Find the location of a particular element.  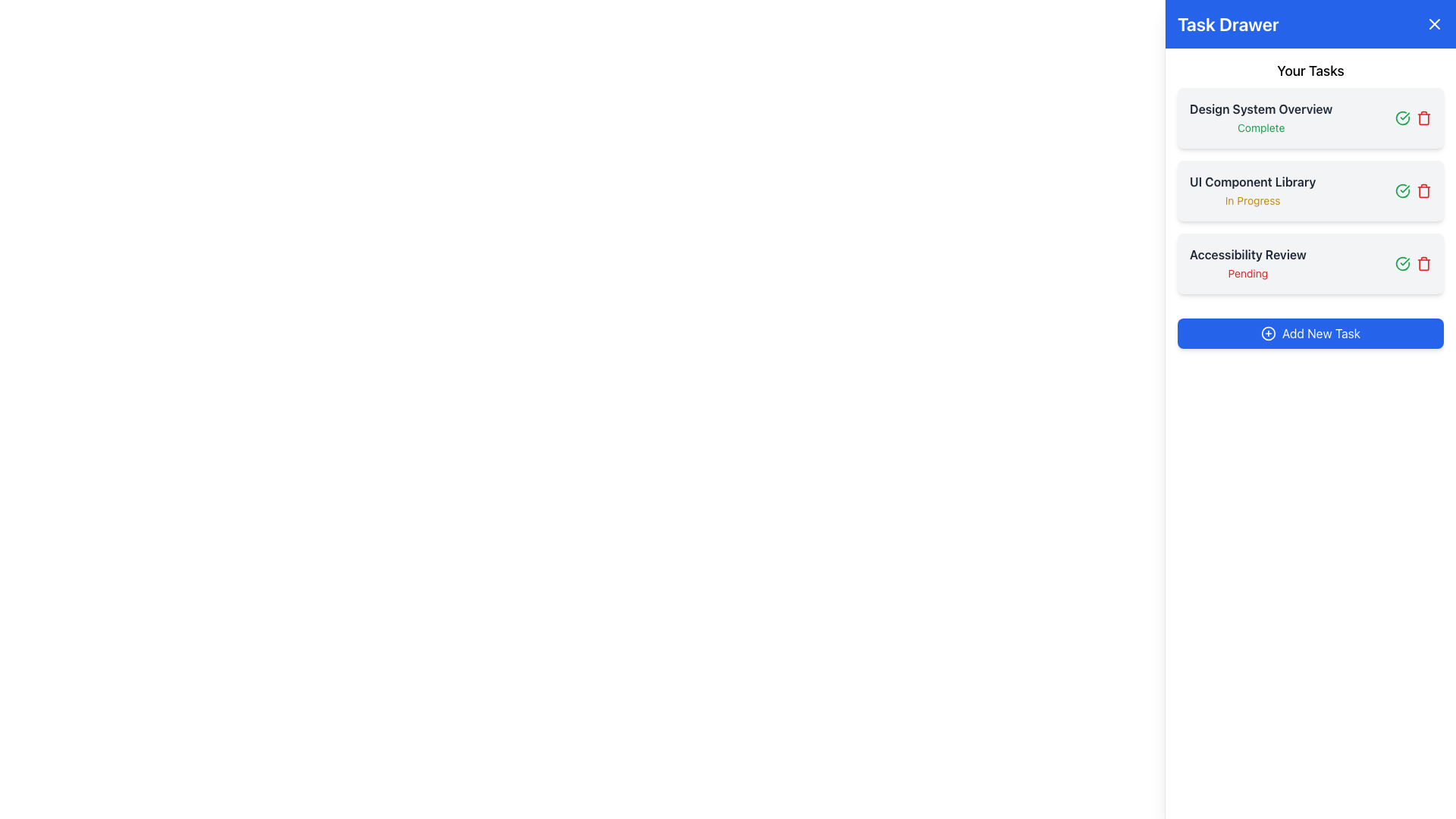

the completed task indicator icon button located on the far right side of the 'Design System Overview' listing in the 'Your Tasks' section is located at coordinates (1401, 117).